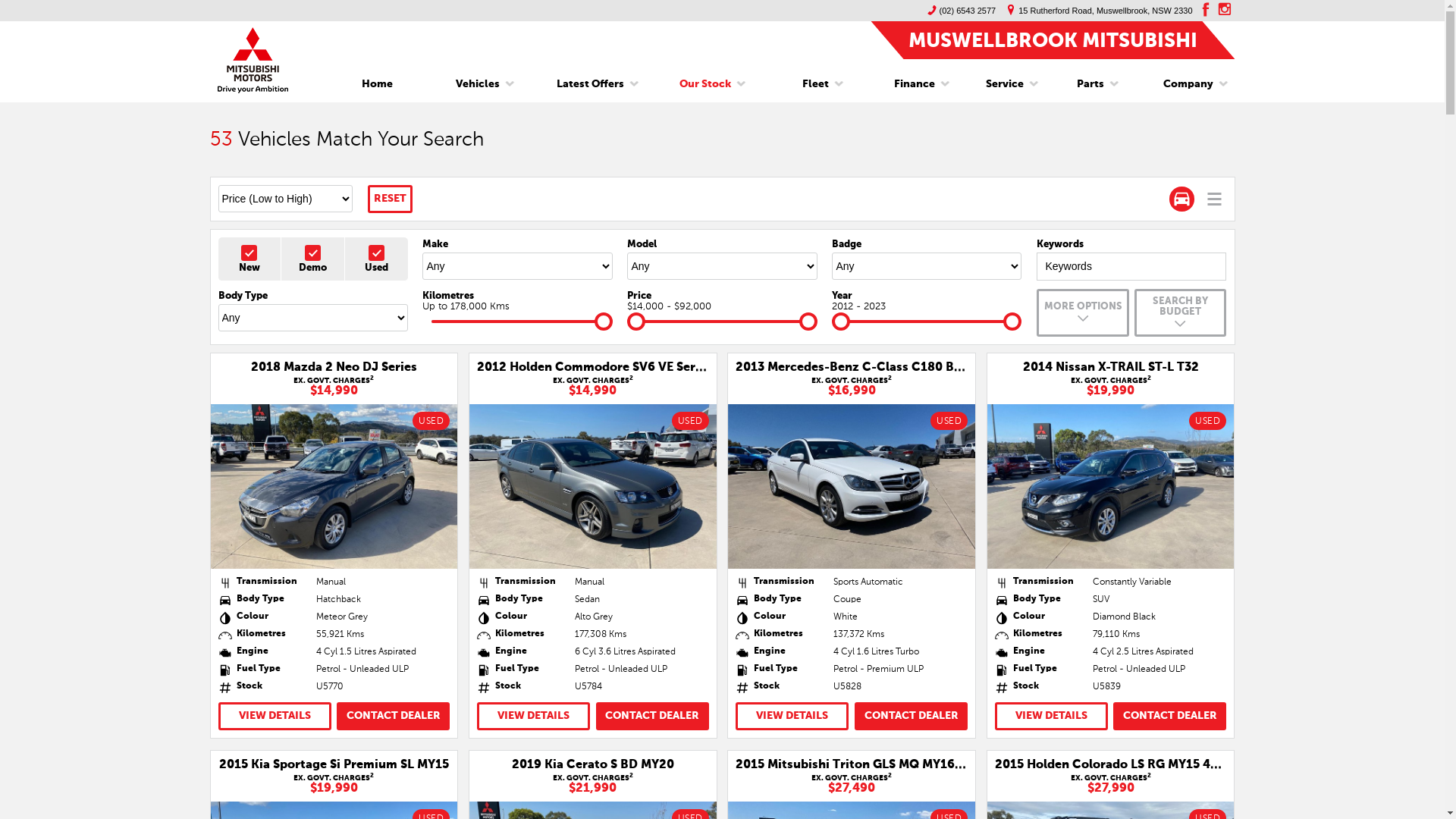  What do you see at coordinates (852, 783) in the screenshot?
I see `'EX. GOVT. CHARGES2` at bounding box center [852, 783].